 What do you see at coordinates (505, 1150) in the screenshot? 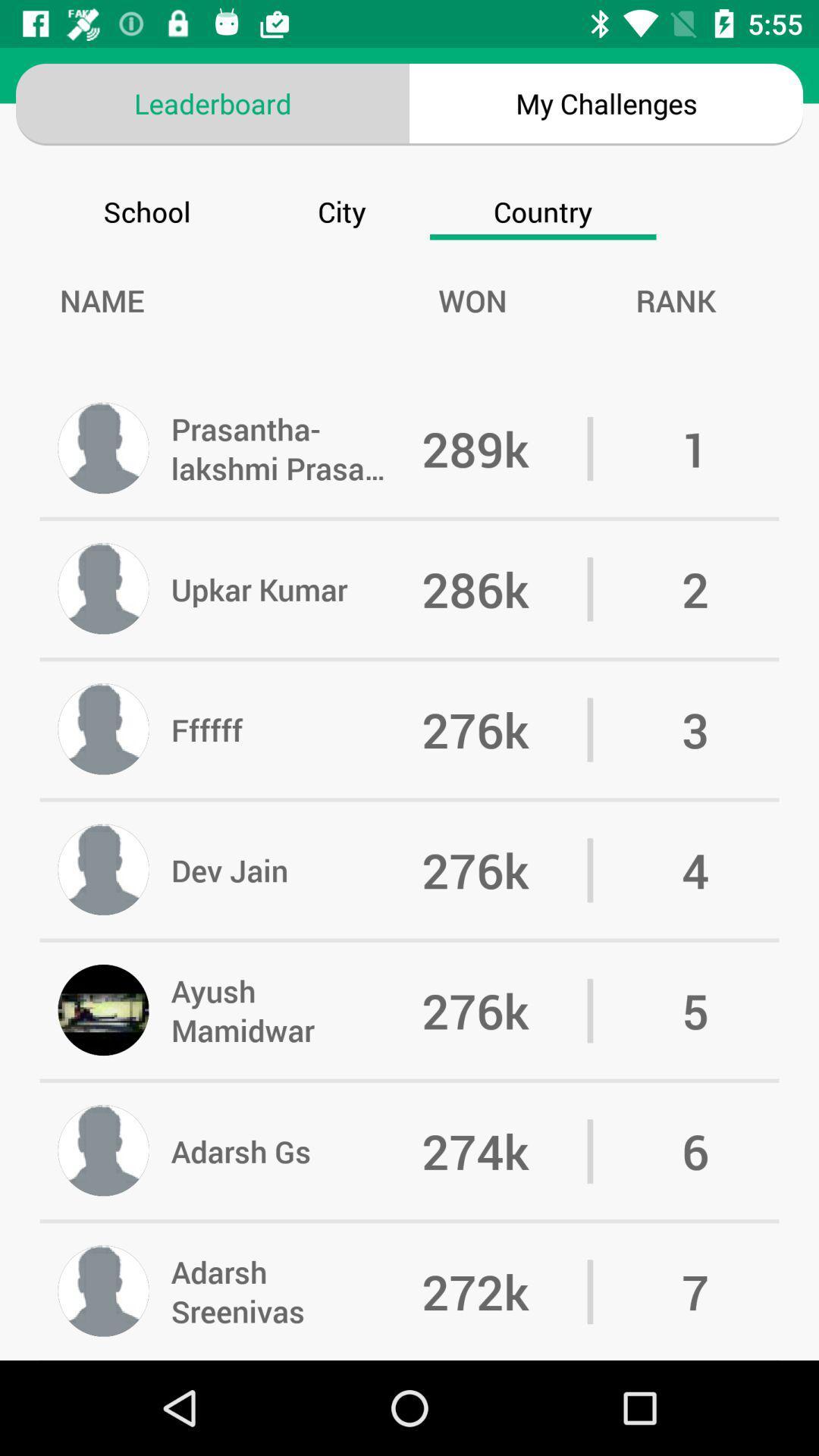
I see `move to the text which is right to the text adarsh gs` at bounding box center [505, 1150].